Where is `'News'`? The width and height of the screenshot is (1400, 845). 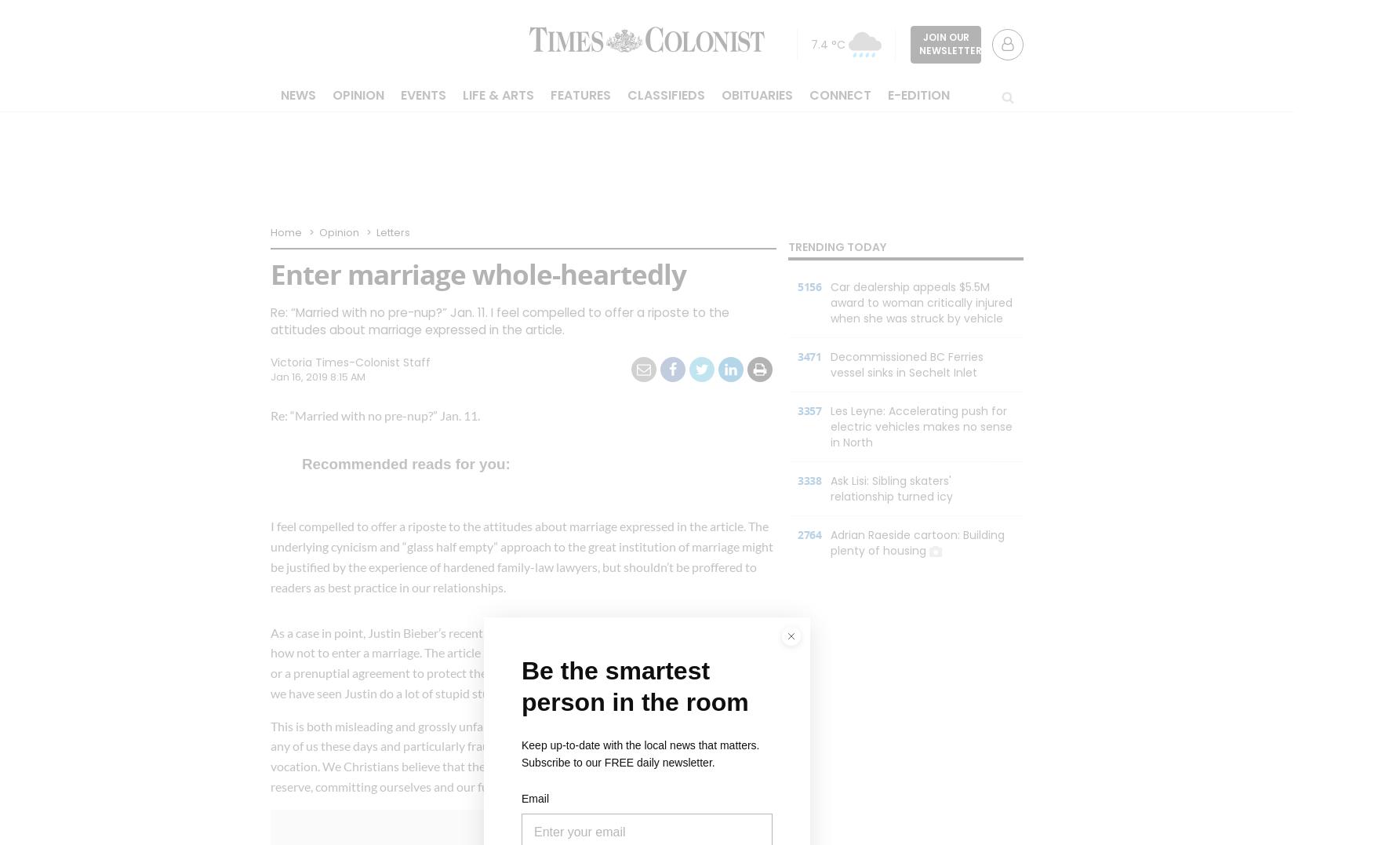 'News' is located at coordinates (298, 94).